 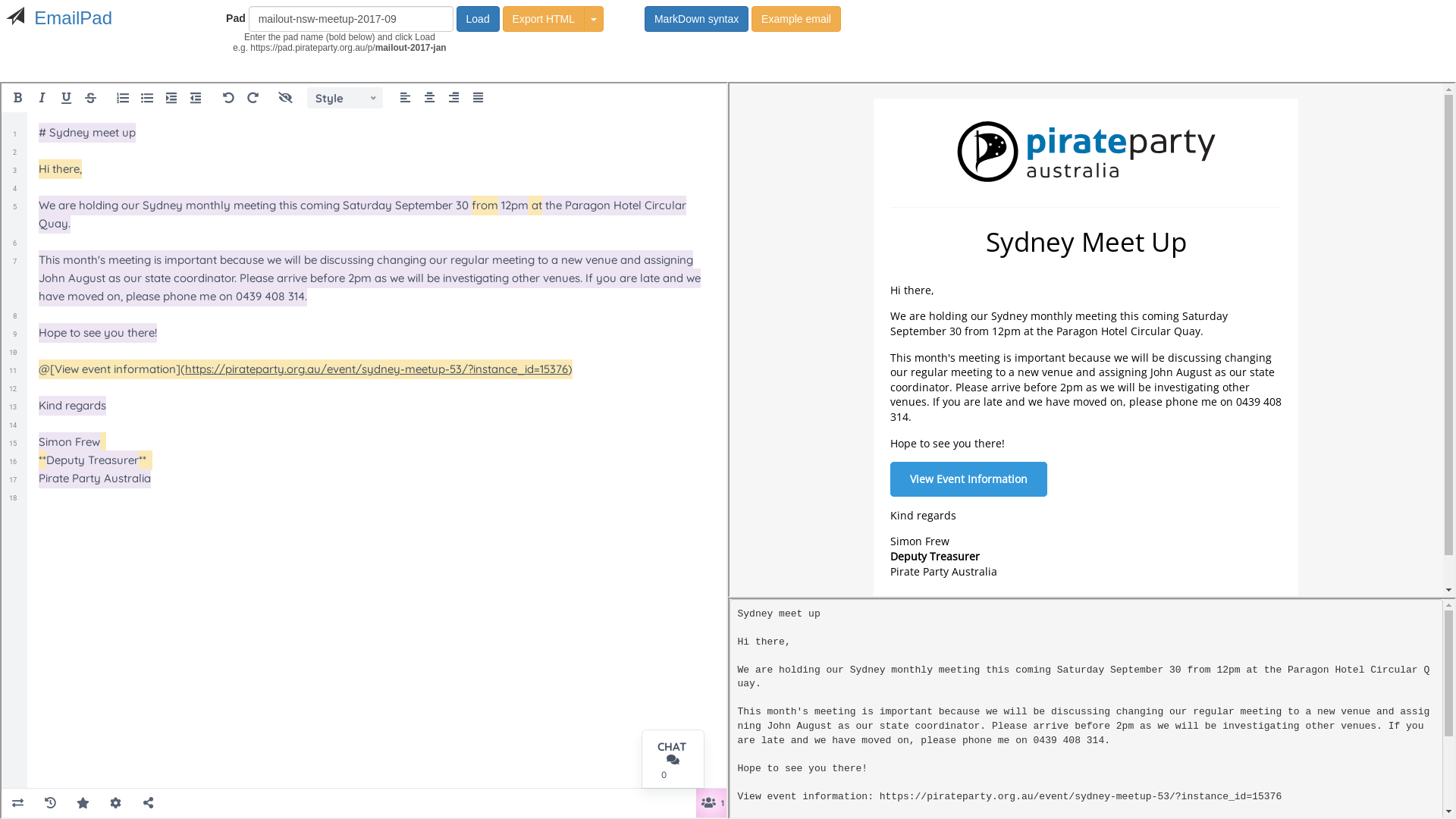 I want to click on 'Load', so click(x=477, y=18).